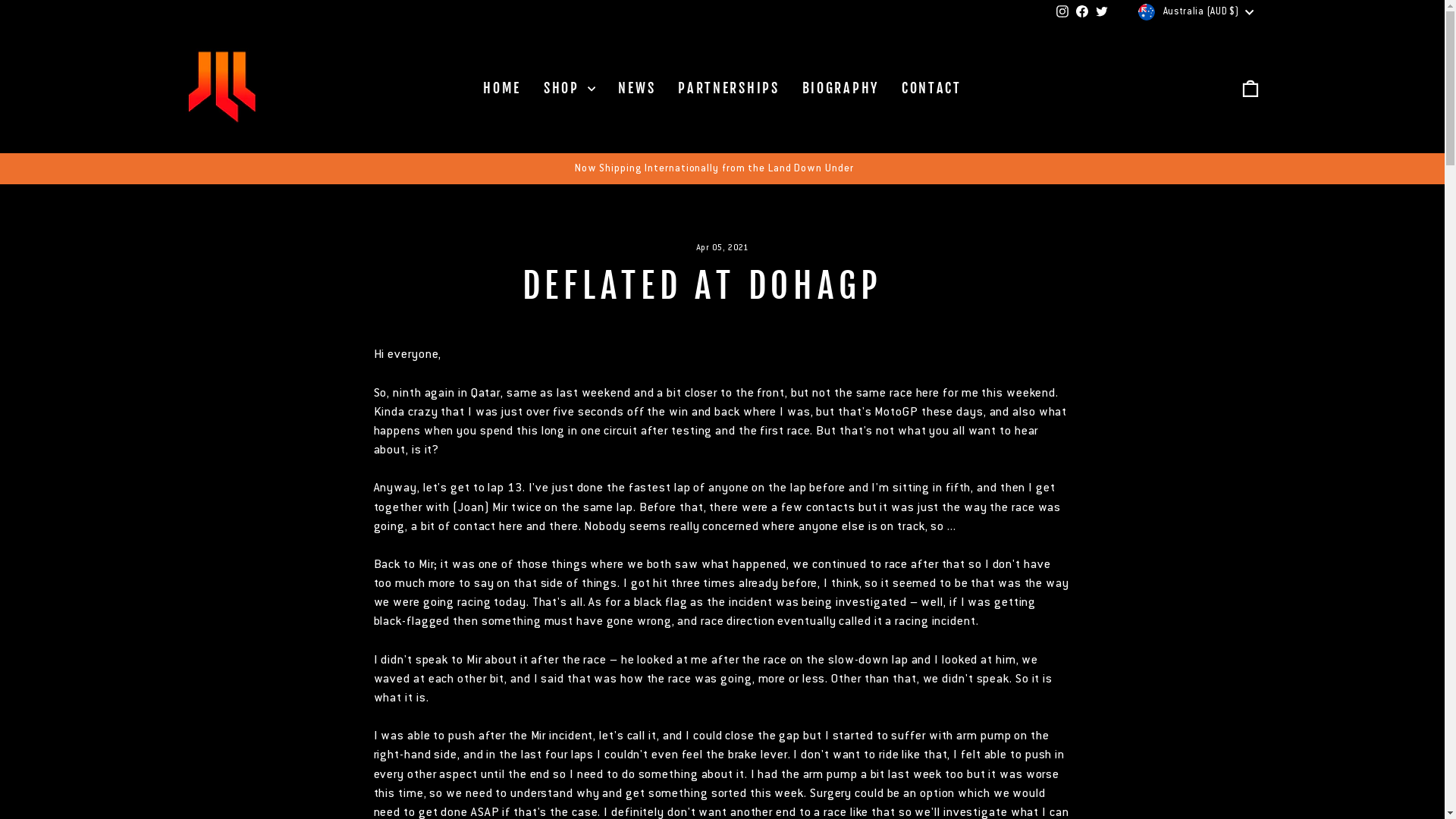 This screenshot has width=1456, height=819. What do you see at coordinates (1092, 11) in the screenshot?
I see `'twitter` at bounding box center [1092, 11].